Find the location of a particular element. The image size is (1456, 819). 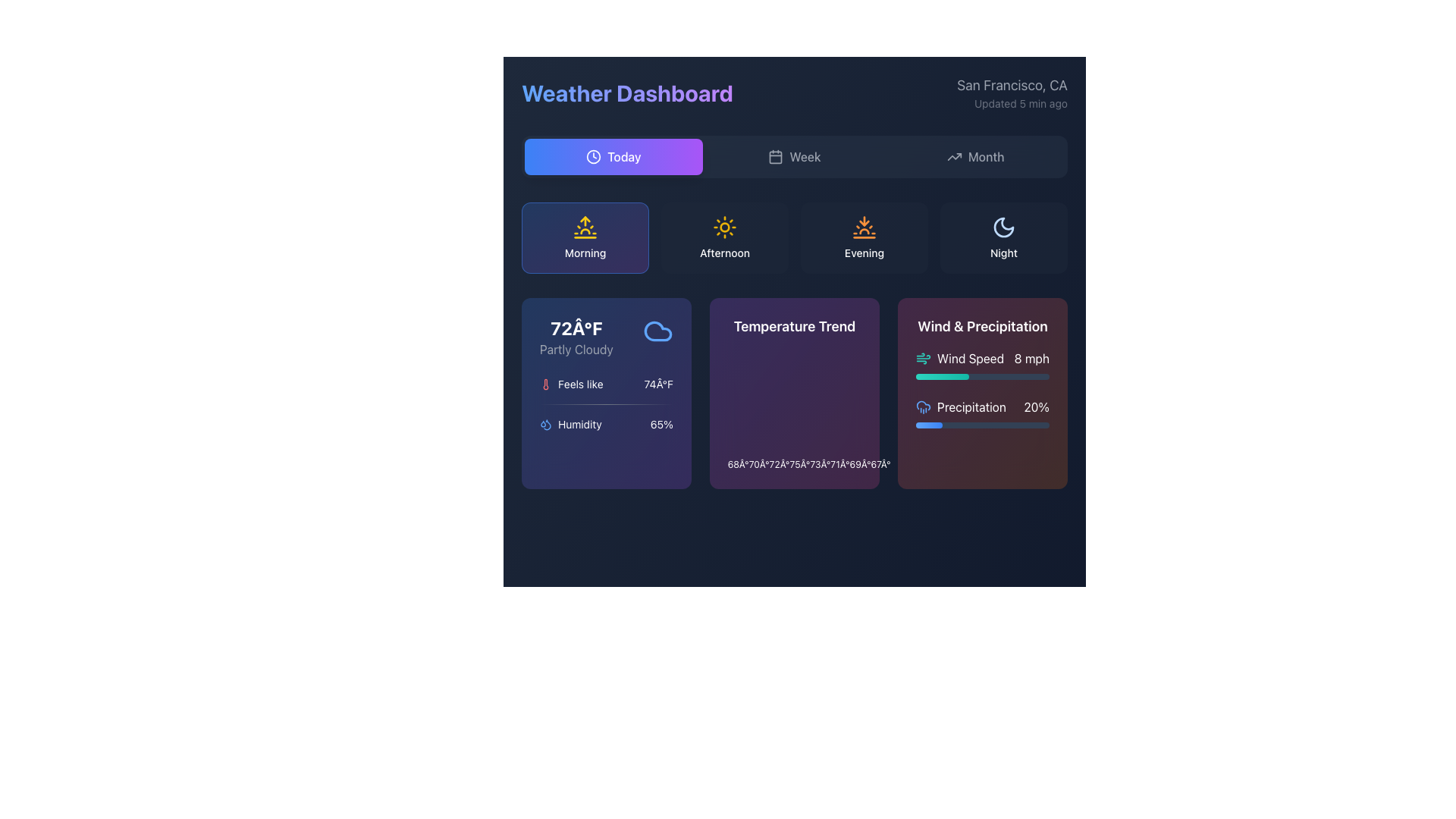

the temperature value label located near the bottom center of the 'Temperature Trend' section, below the vertical gradient bar is located at coordinates (839, 464).